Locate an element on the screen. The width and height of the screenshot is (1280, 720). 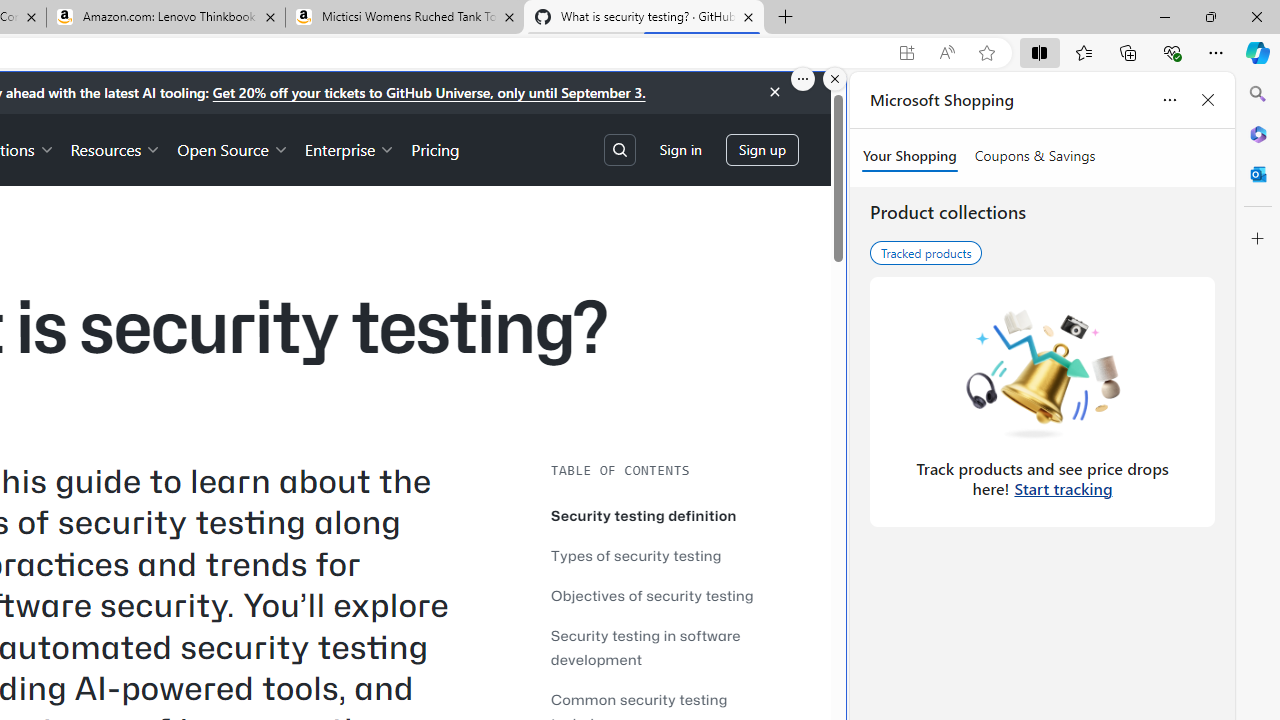
'Security testing in software development' is located at coordinates (670, 647).